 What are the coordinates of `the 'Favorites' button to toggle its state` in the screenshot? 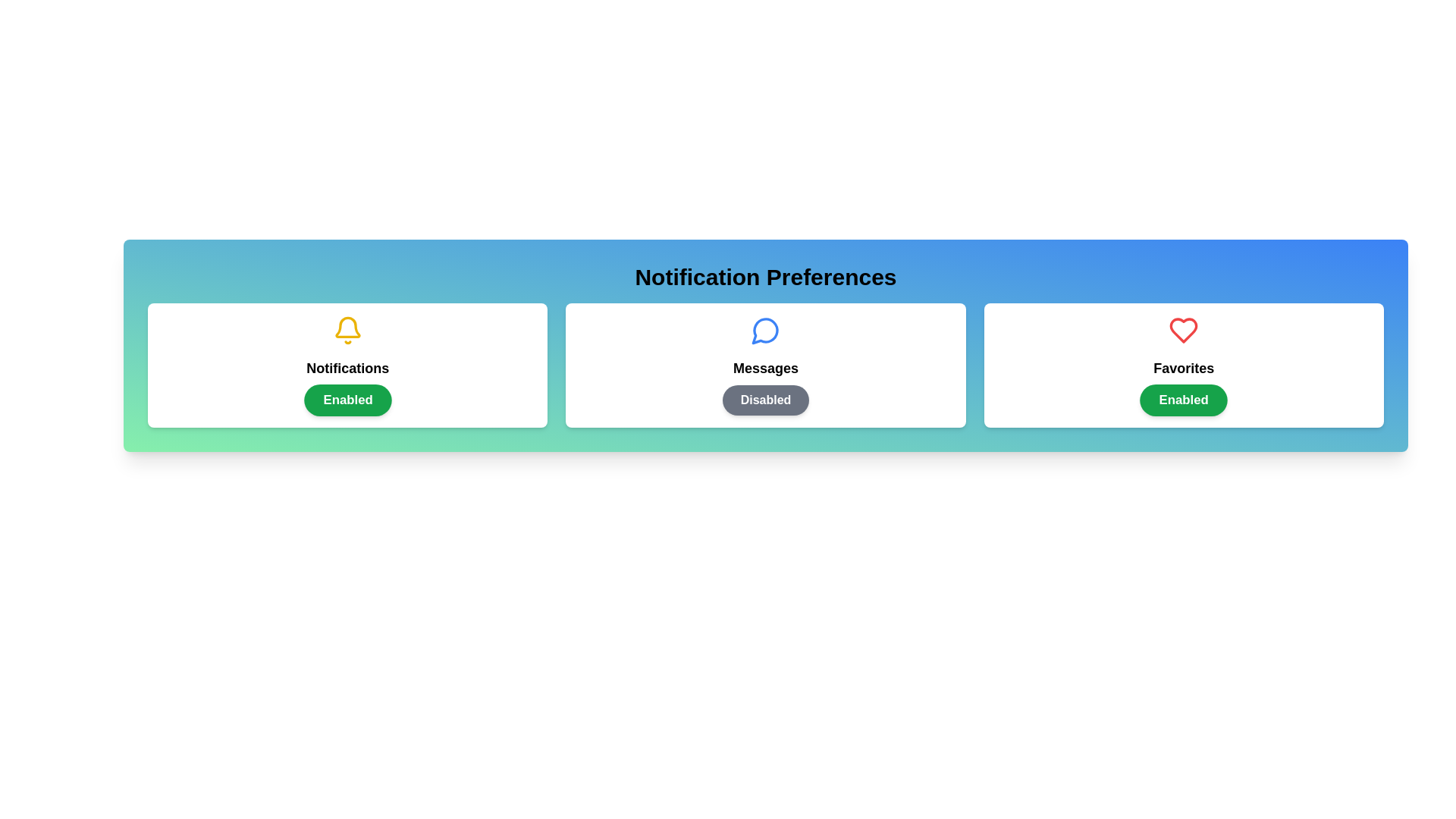 It's located at (1182, 400).